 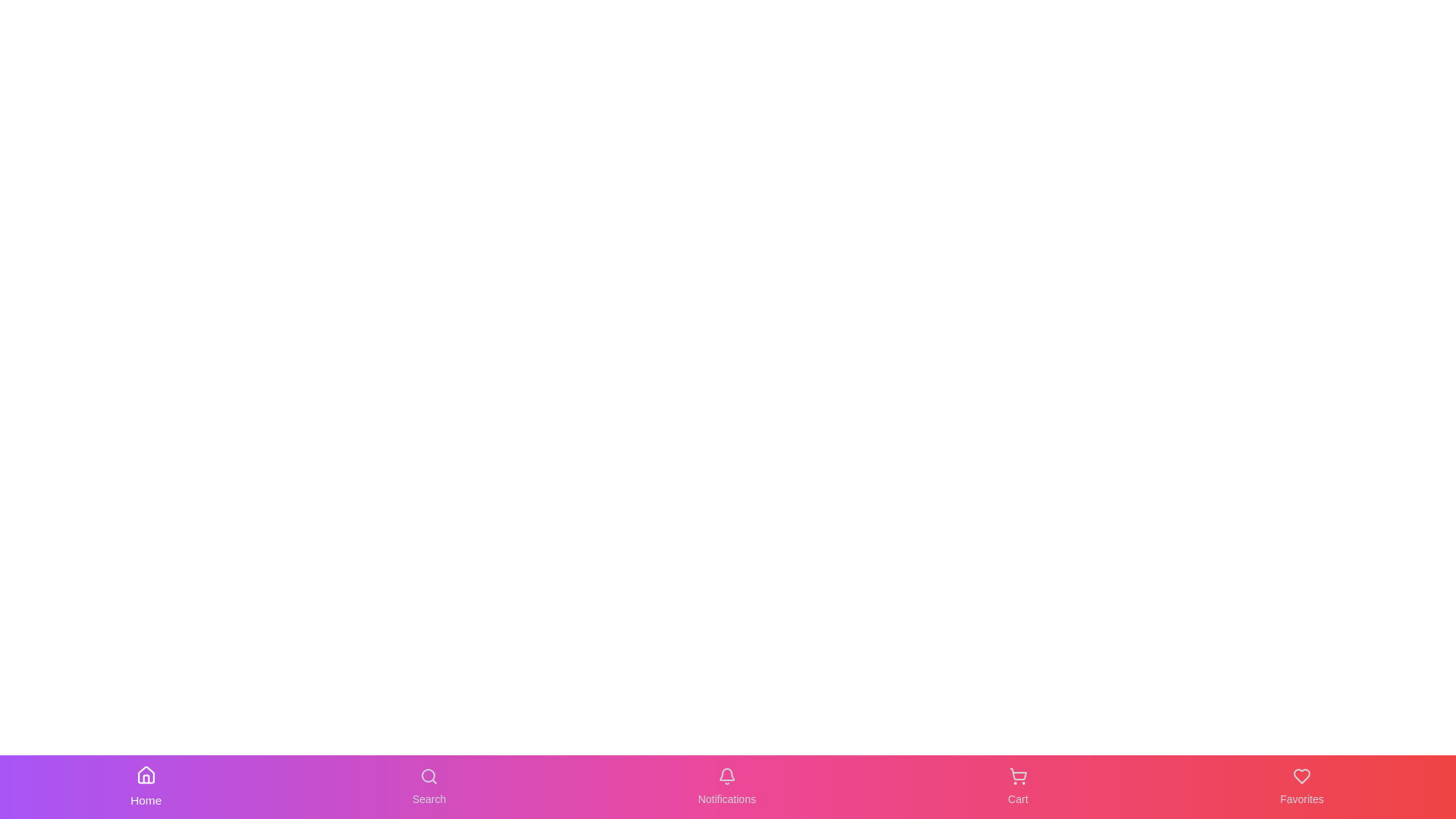 I want to click on the Home button in the navigation bar, so click(x=146, y=786).